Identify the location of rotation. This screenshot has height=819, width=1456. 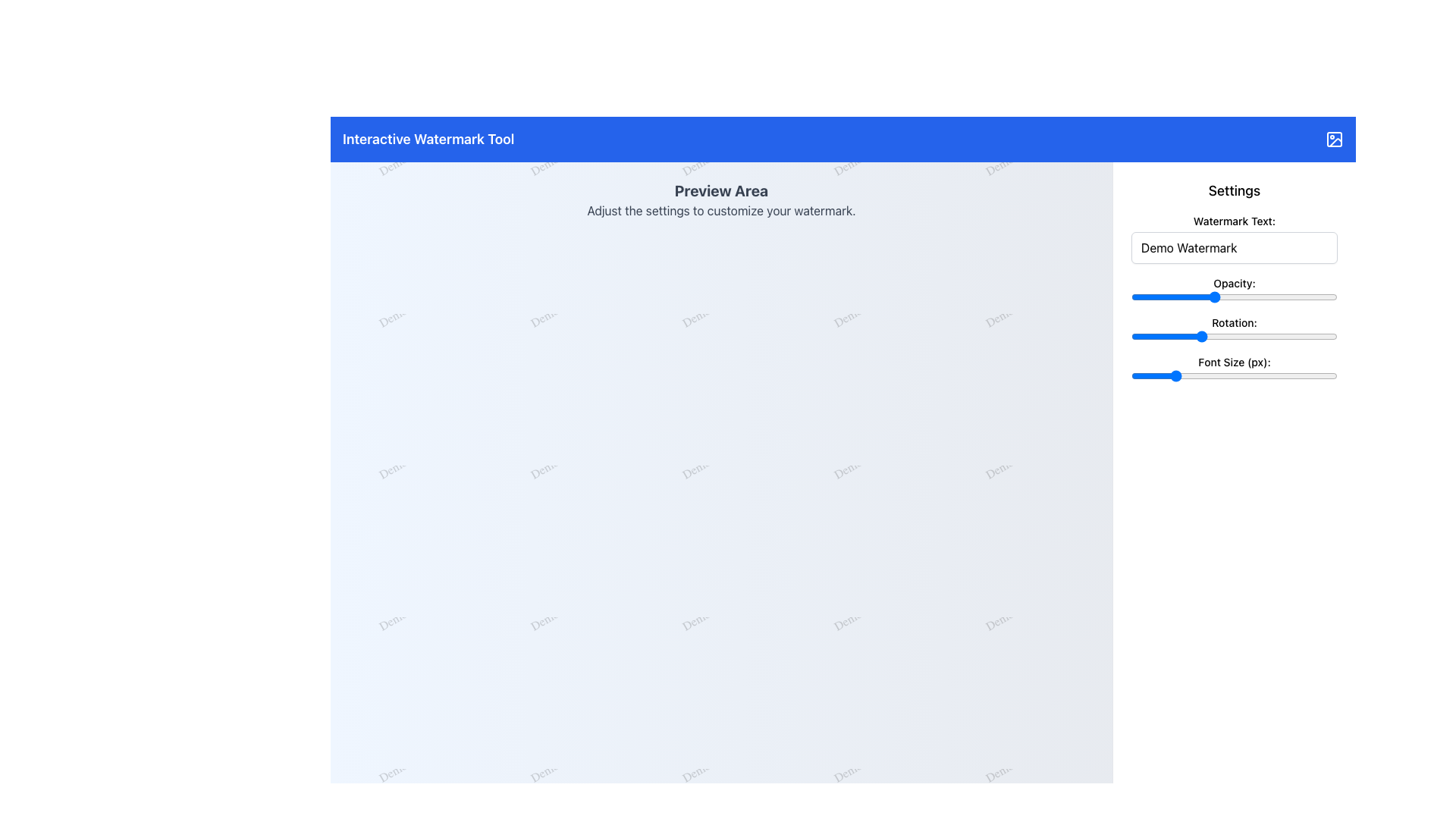
(1278, 335).